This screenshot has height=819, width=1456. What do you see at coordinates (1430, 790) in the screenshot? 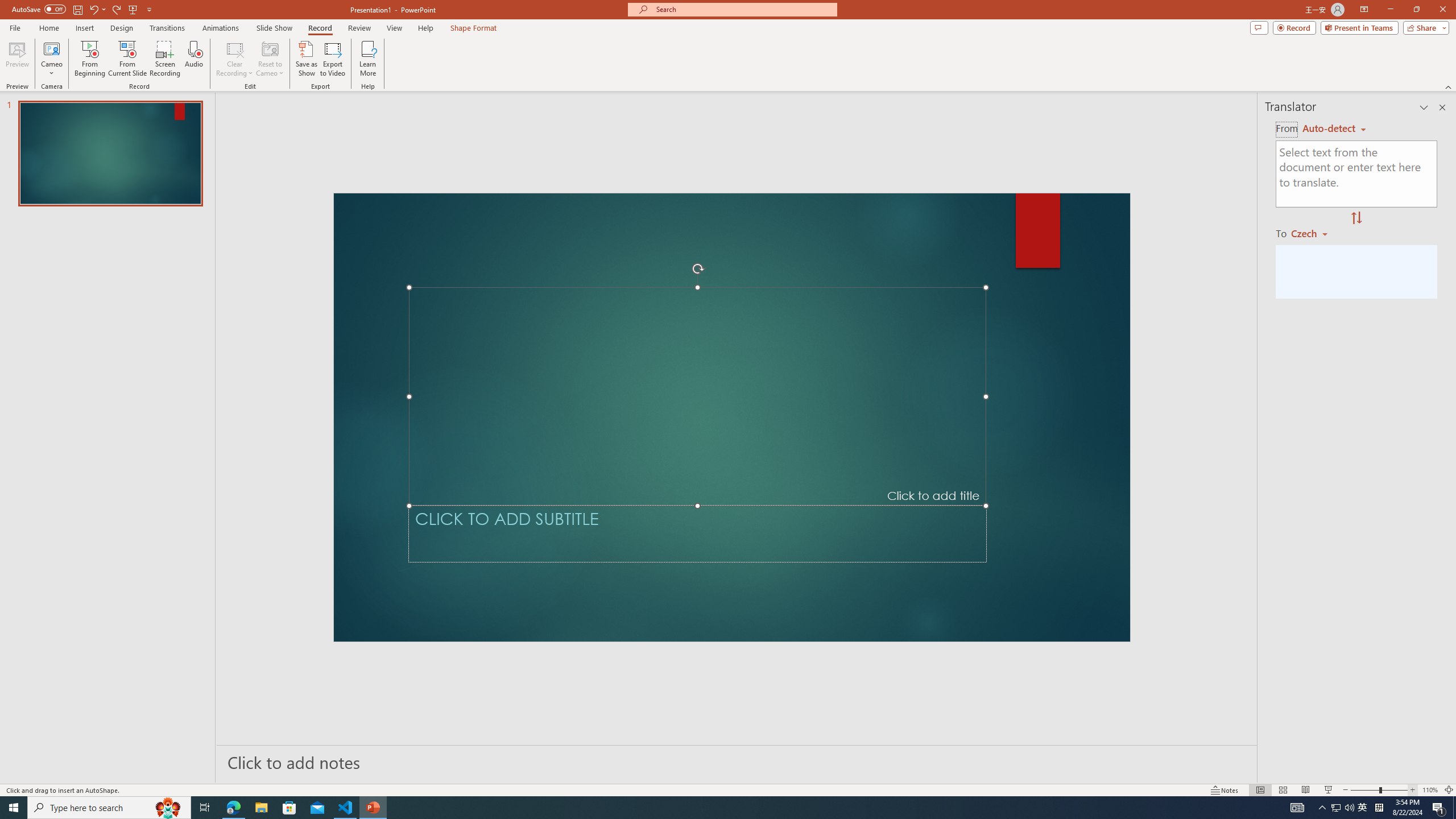
I see `'Zoom 110%'` at bounding box center [1430, 790].